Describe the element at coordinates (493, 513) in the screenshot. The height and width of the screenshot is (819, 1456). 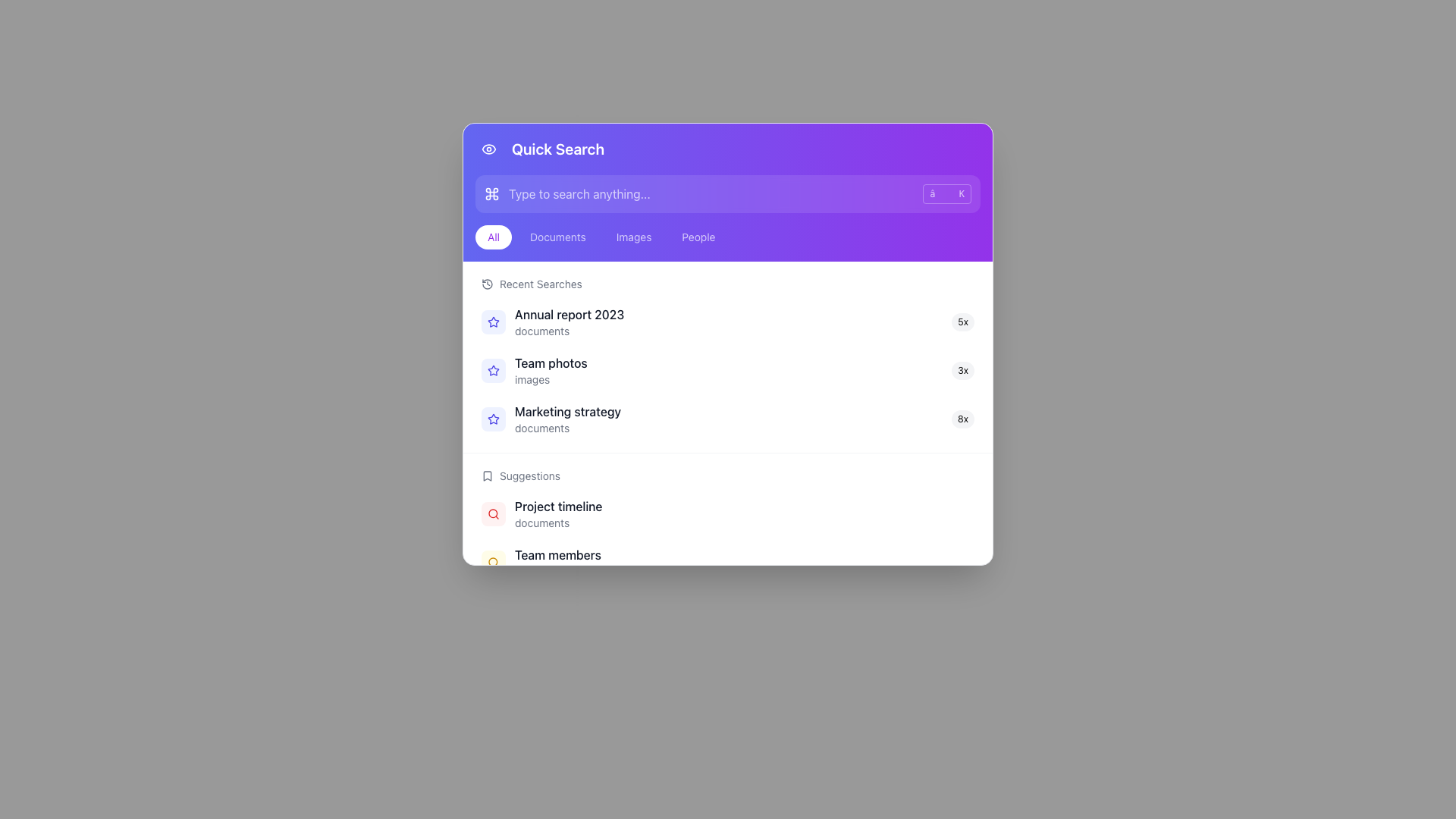
I see `the inner circular part of the search icon, which is a graphic element that likely serves as a button or indicator` at that location.